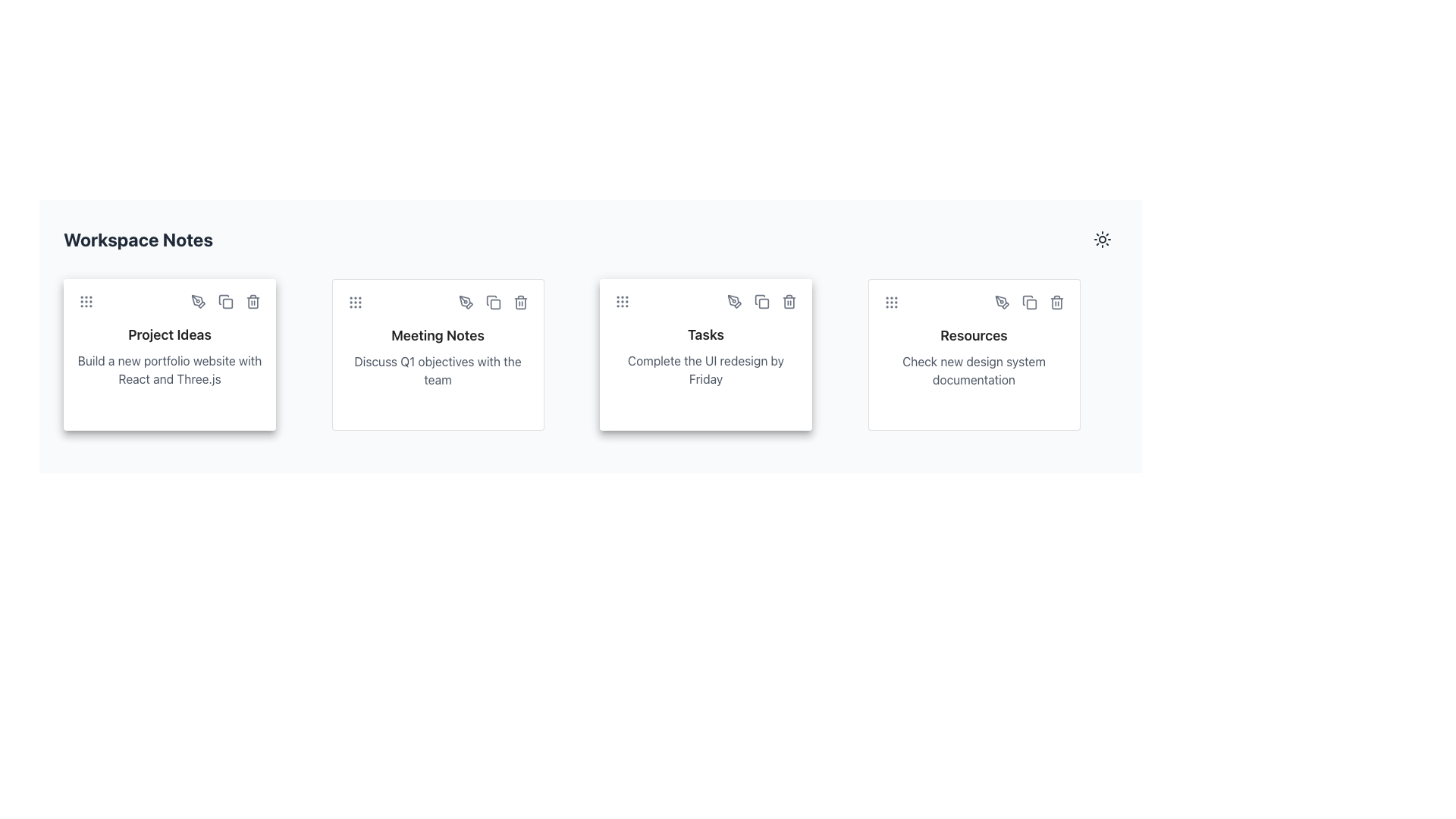  Describe the element at coordinates (354, 302) in the screenshot. I see `the drag handle located at the top-left corner of the 'Meeting Notes' card to focus on it` at that location.